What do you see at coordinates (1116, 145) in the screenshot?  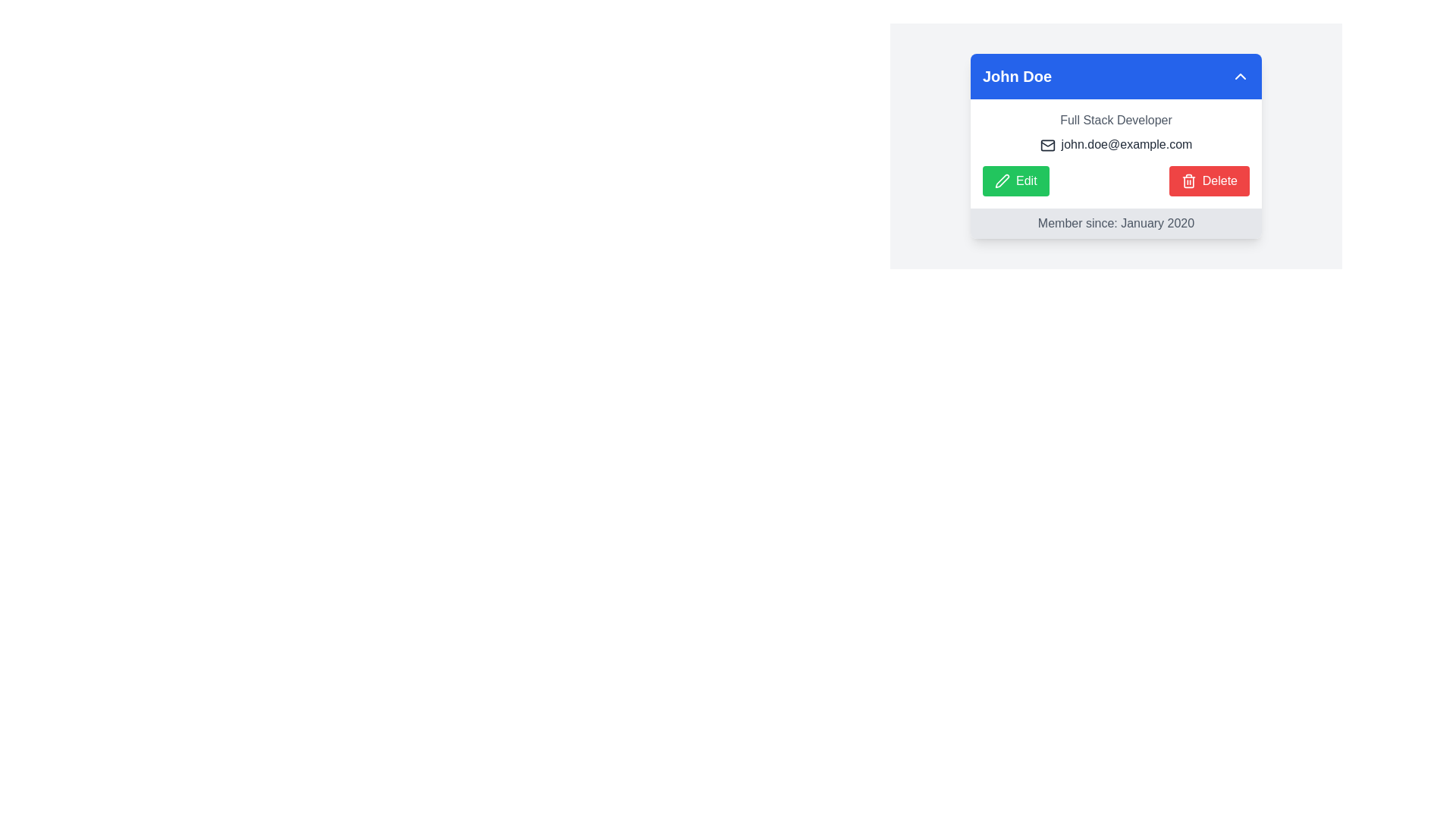 I see `the static text element displaying an email address, which is styled in darker gray and located below 'Full Stack Developer' within the profile card` at bounding box center [1116, 145].